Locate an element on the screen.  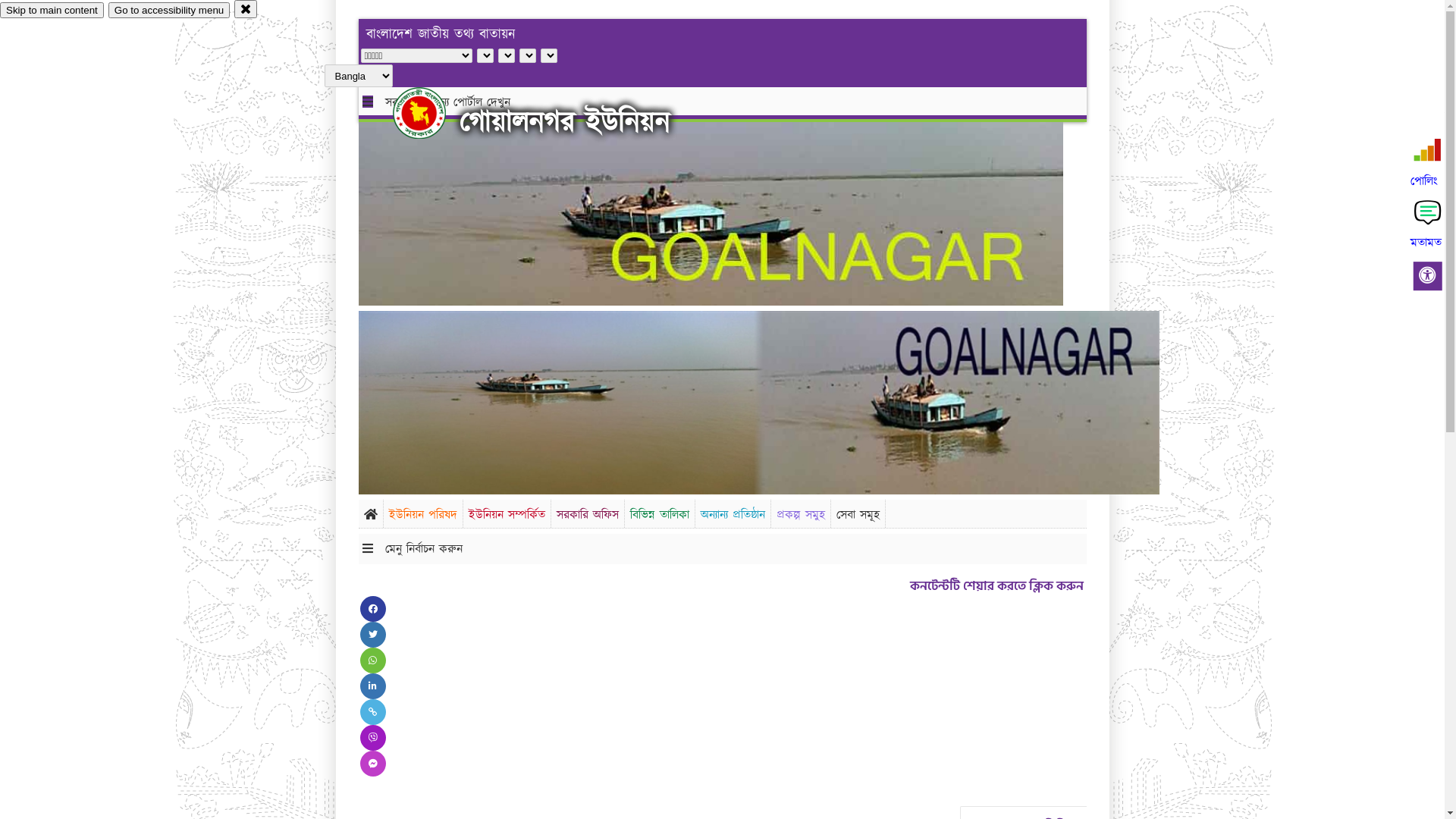
' is located at coordinates (431, 112).